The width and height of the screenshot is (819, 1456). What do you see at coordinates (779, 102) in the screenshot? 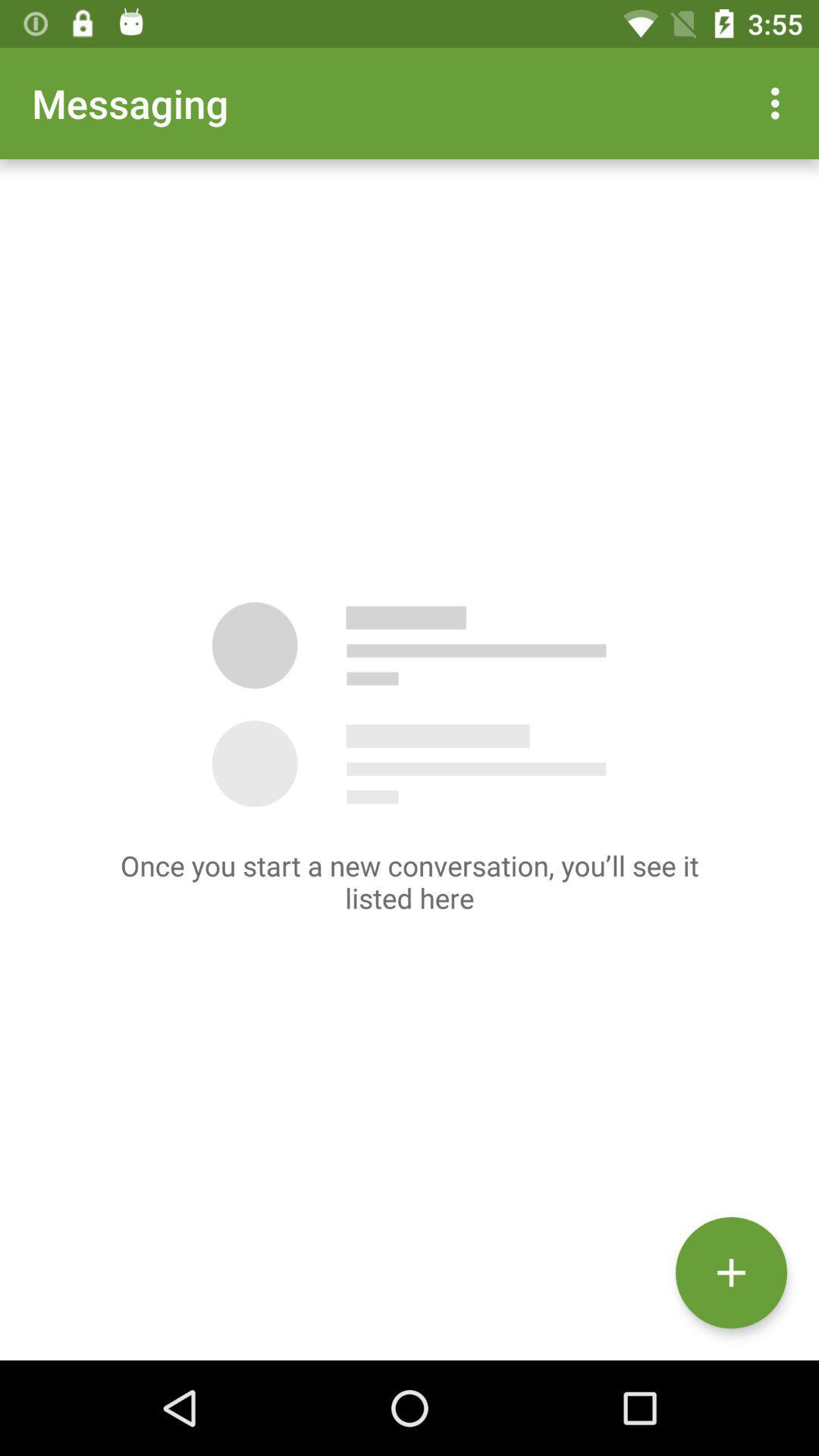
I see `icon to the right of the messaging` at bounding box center [779, 102].